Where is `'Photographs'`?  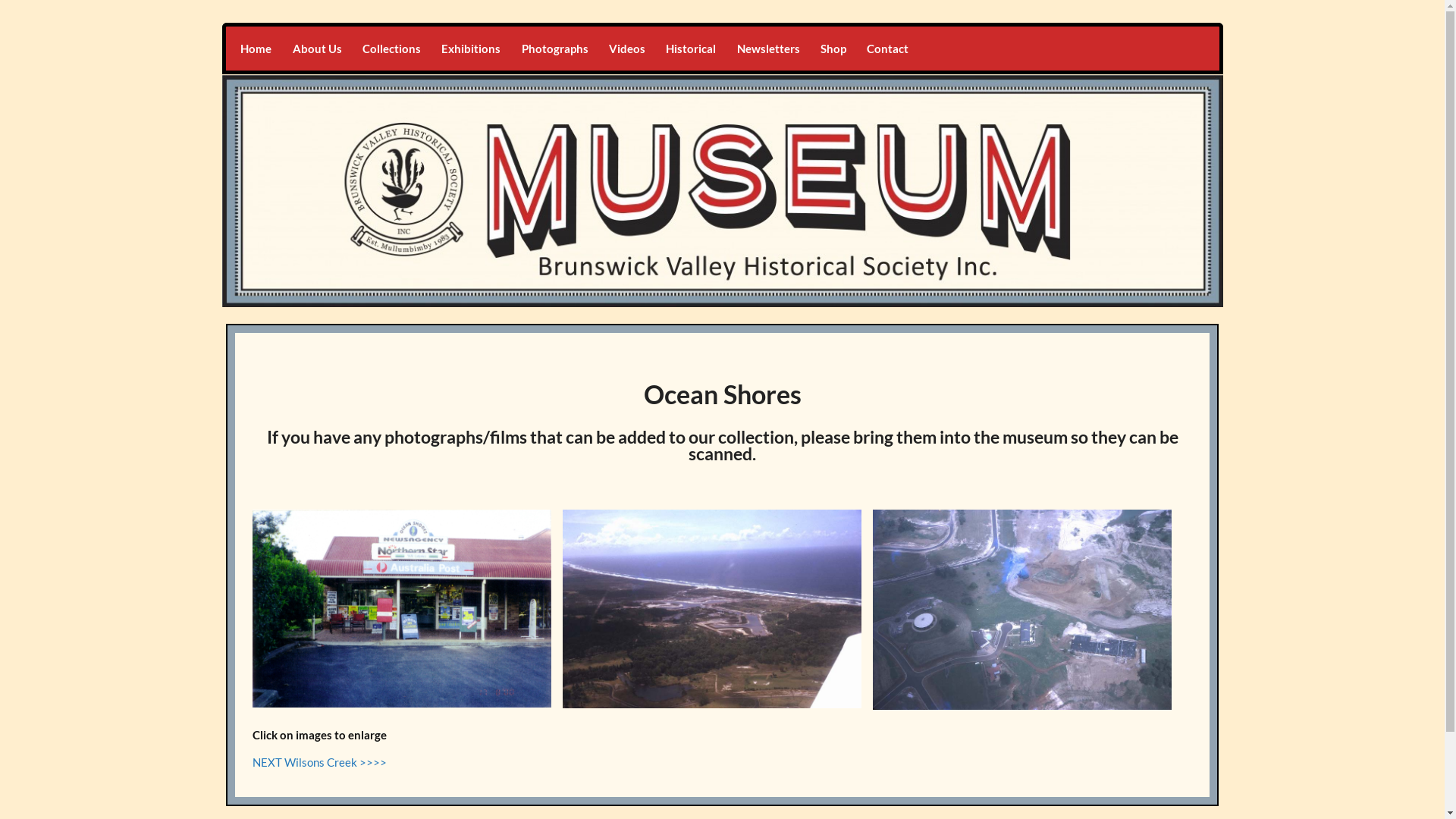 'Photographs' is located at coordinates (554, 48).